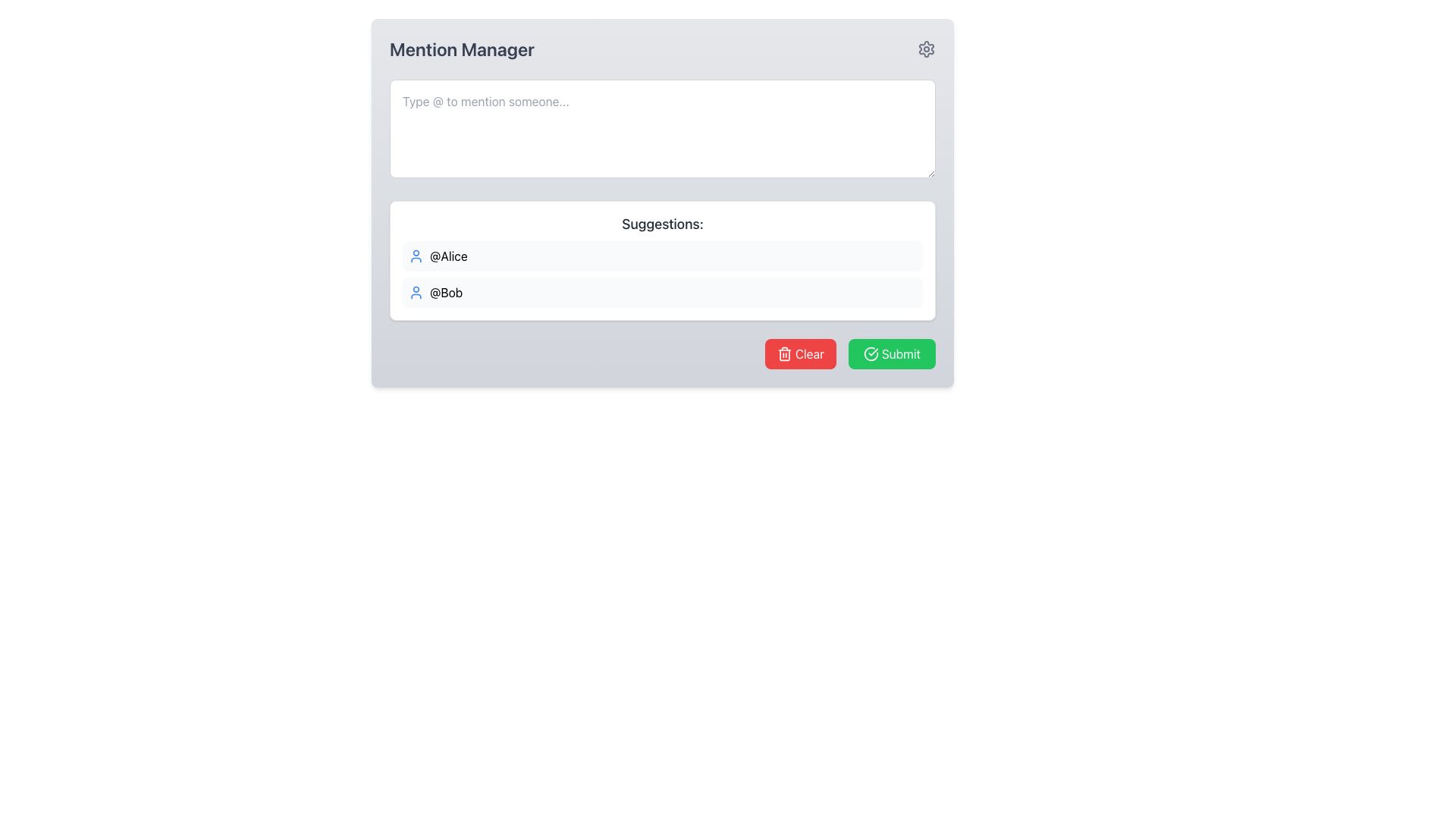  Describe the element at coordinates (416, 256) in the screenshot. I see `the suggestion by clicking the user-inspired icon with a circular outline and a silhouette of a person, located at the beginning of the suggestion row labeled '@Alice'` at that location.